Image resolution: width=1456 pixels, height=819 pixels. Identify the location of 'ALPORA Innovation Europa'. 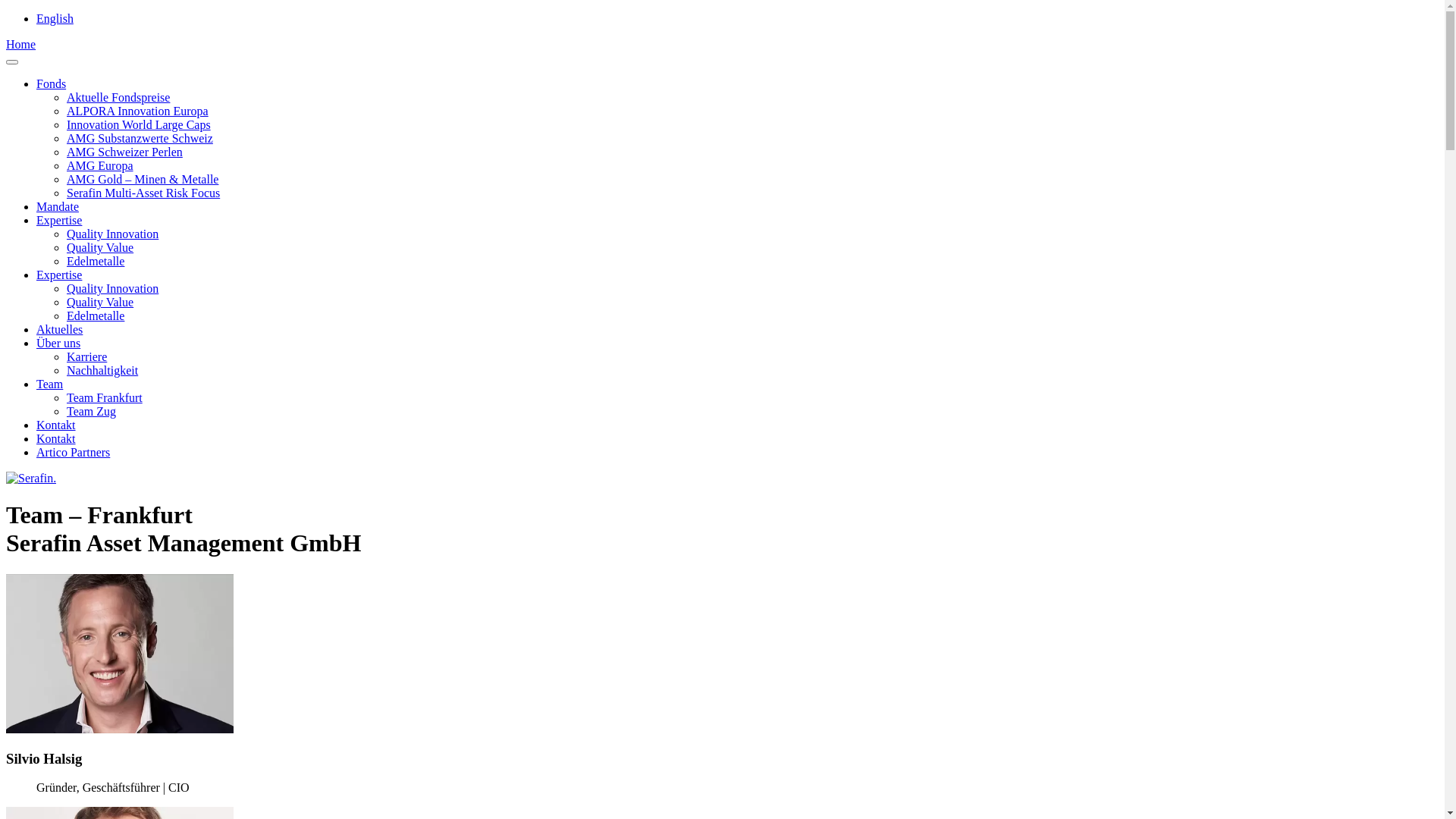
(65, 110).